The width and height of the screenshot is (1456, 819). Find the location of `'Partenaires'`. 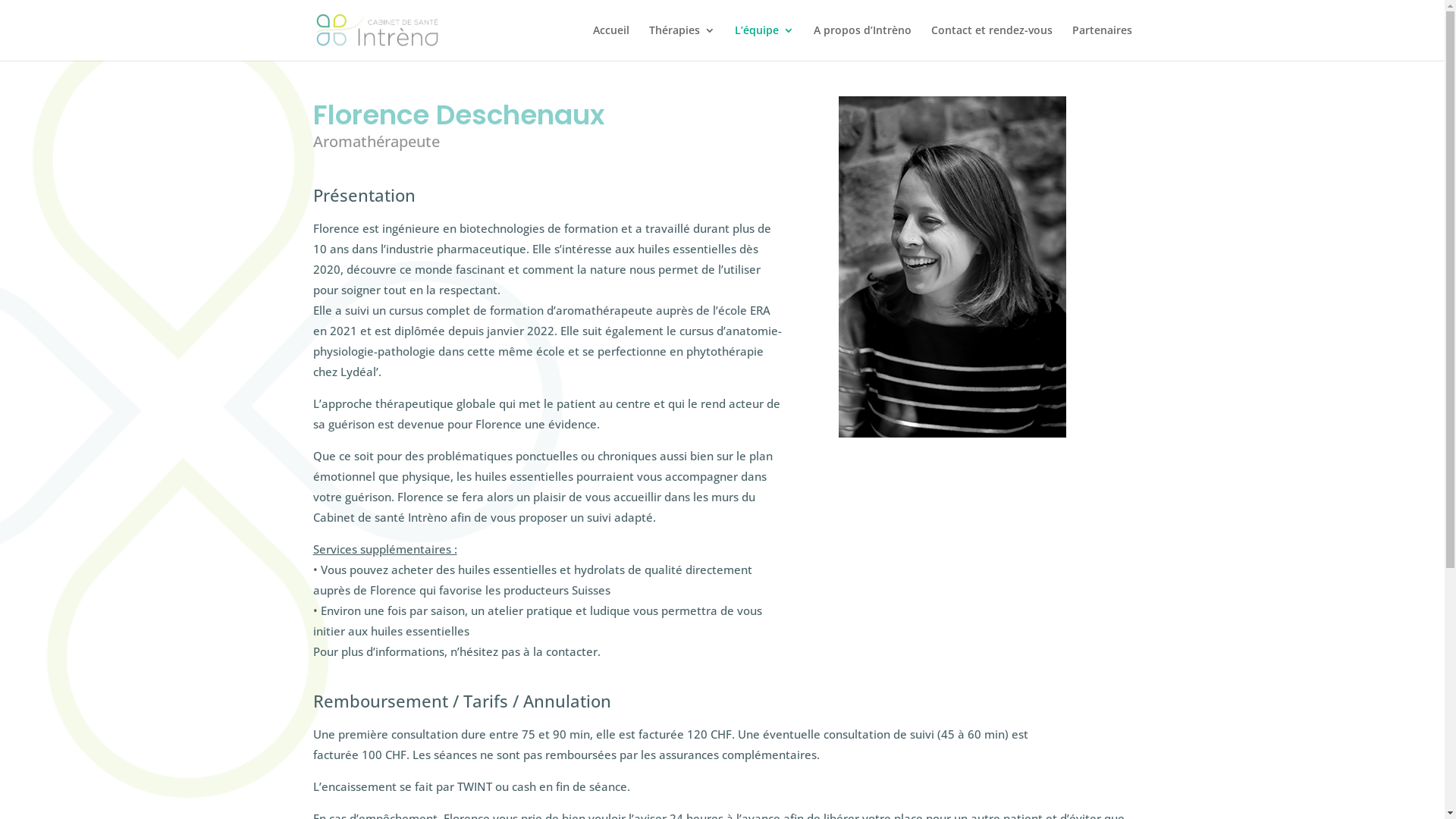

'Partenaires' is located at coordinates (1102, 42).